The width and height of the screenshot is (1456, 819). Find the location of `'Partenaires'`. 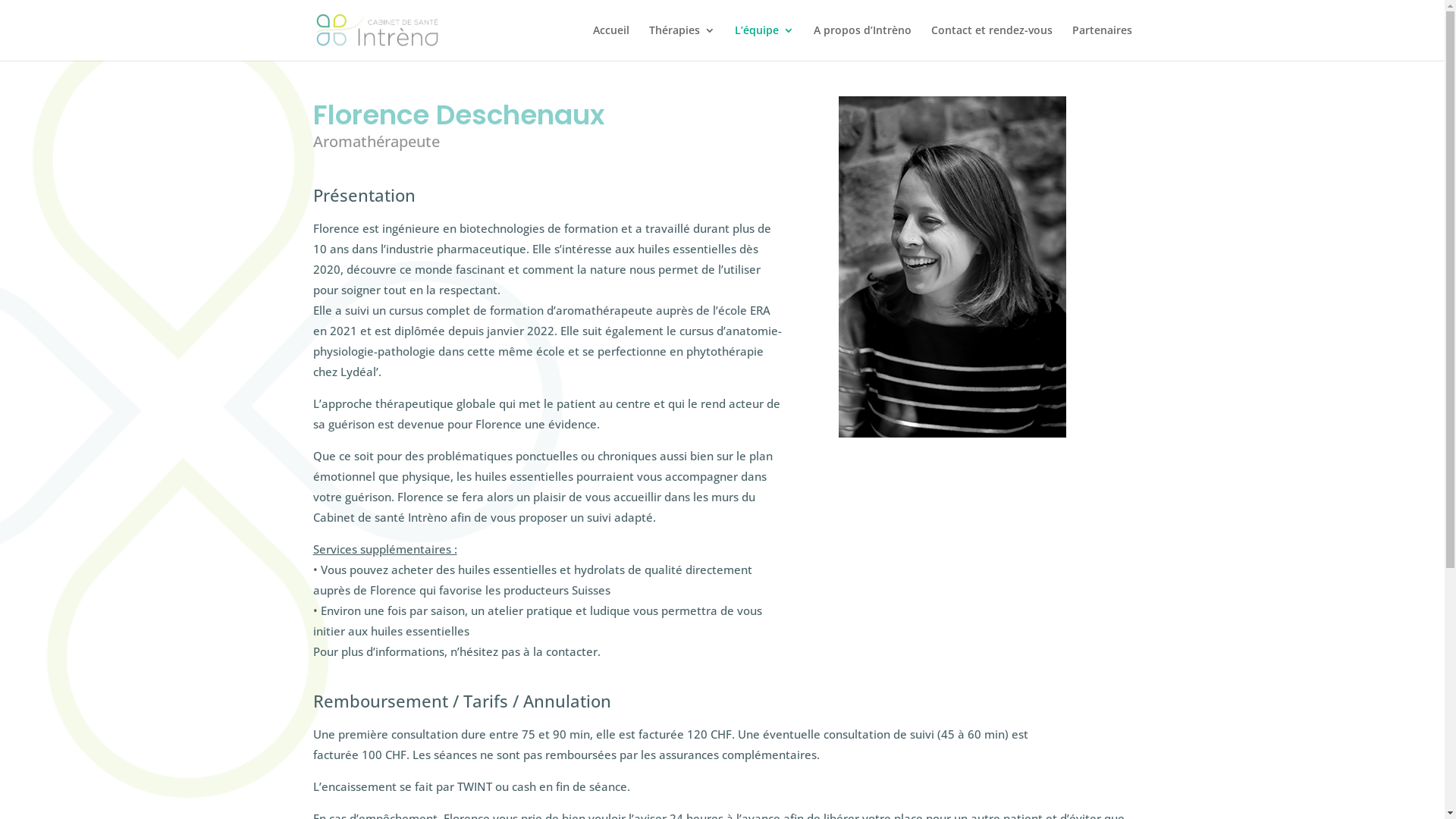

'Partenaires' is located at coordinates (1102, 42).